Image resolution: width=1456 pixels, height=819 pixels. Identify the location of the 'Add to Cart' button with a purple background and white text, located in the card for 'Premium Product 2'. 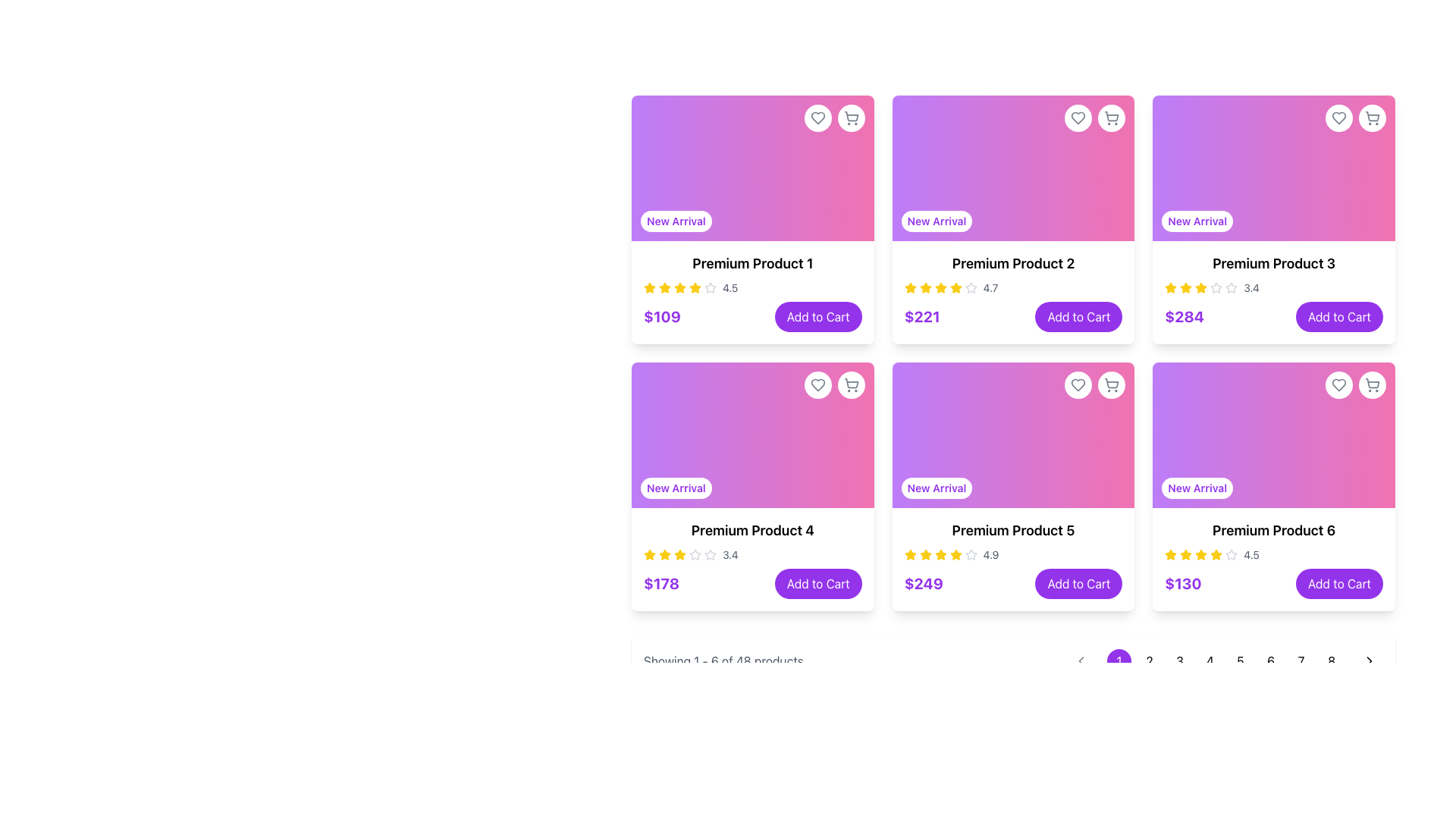
(1078, 315).